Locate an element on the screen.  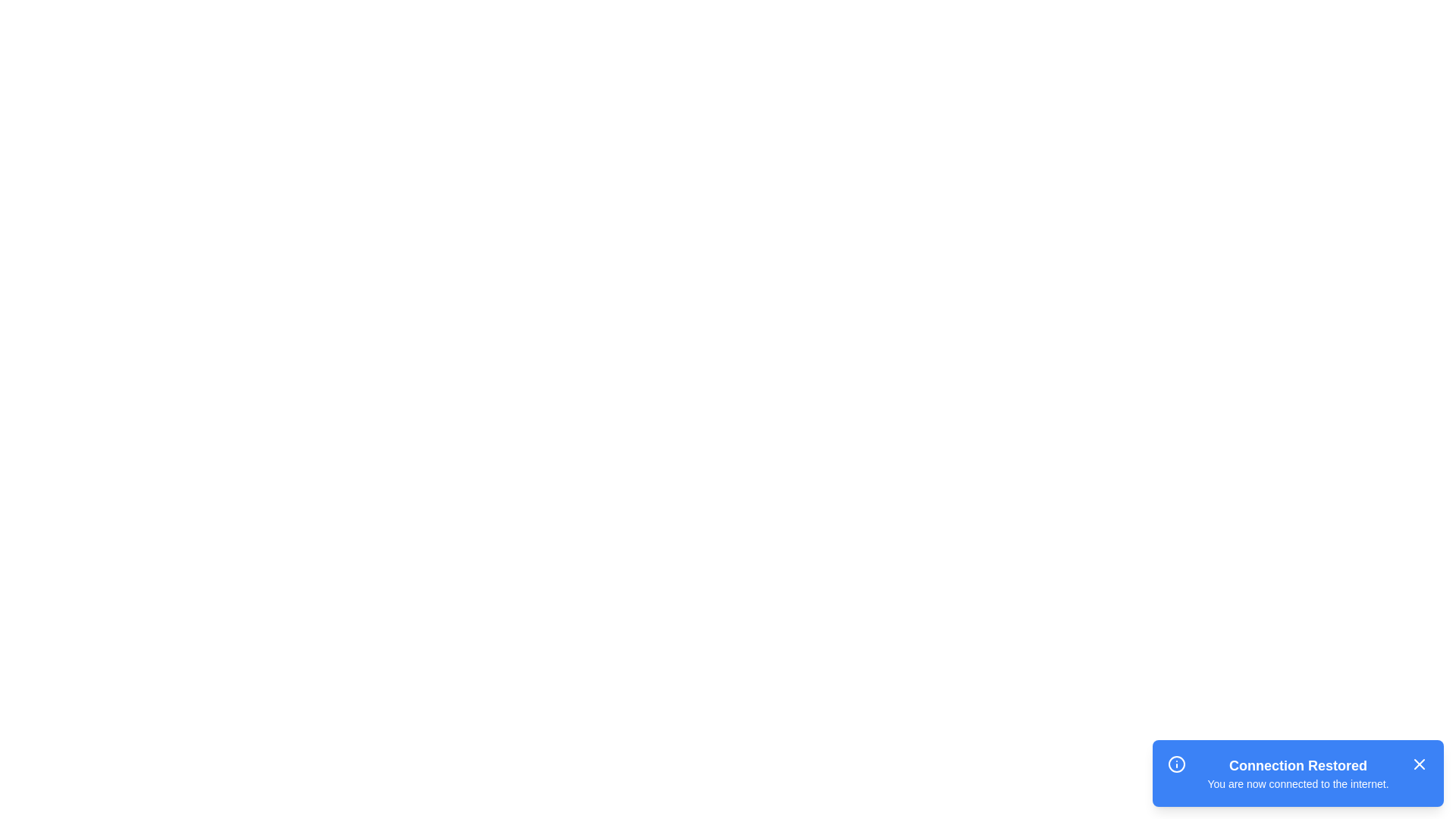
the X icon is located at coordinates (1419, 764).